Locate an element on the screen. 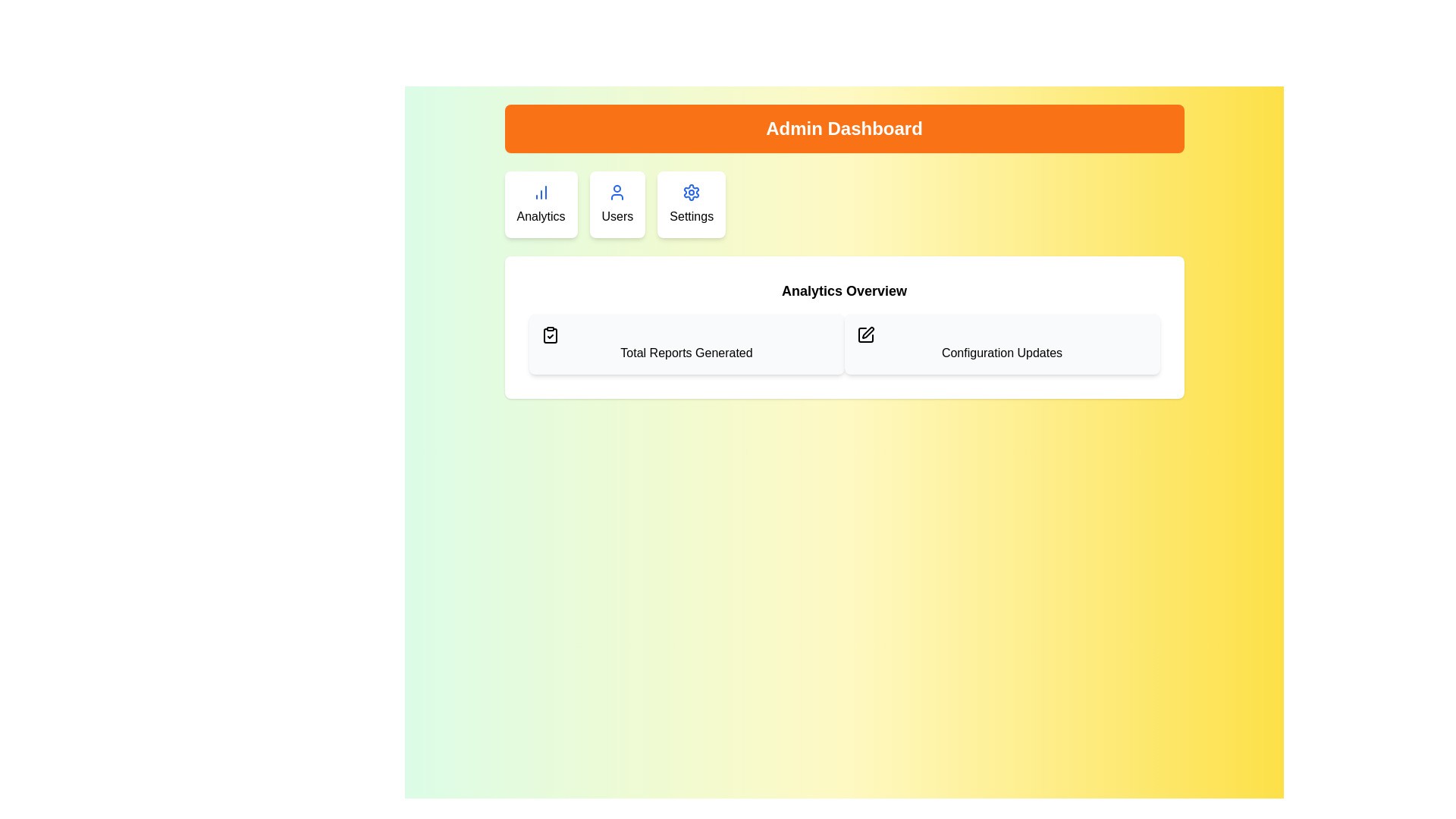 Image resolution: width=1456 pixels, height=819 pixels. the Analytics menu button is located at coordinates (541, 205).